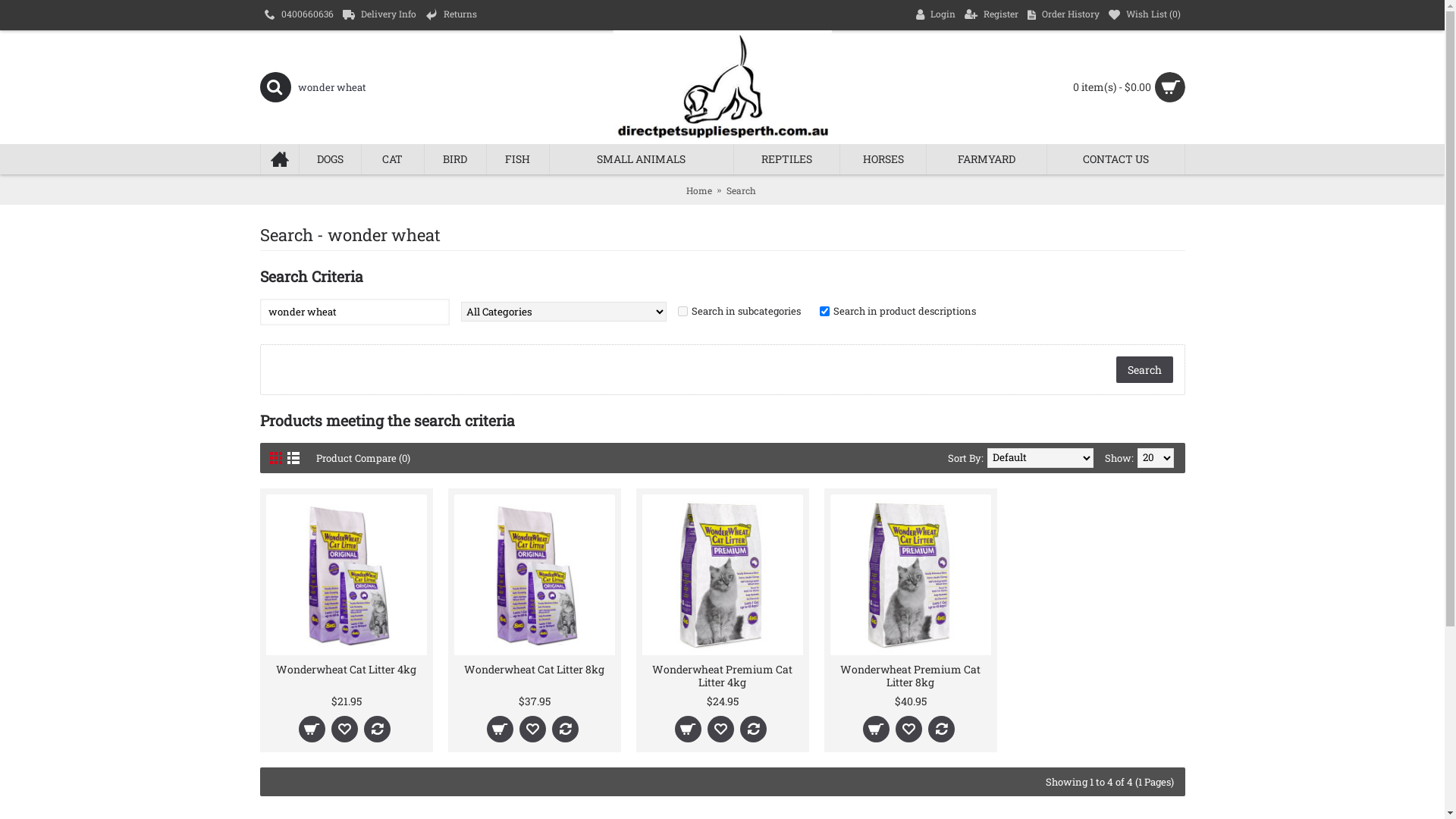 This screenshot has width=1456, height=819. I want to click on 'Returns', so click(450, 14).